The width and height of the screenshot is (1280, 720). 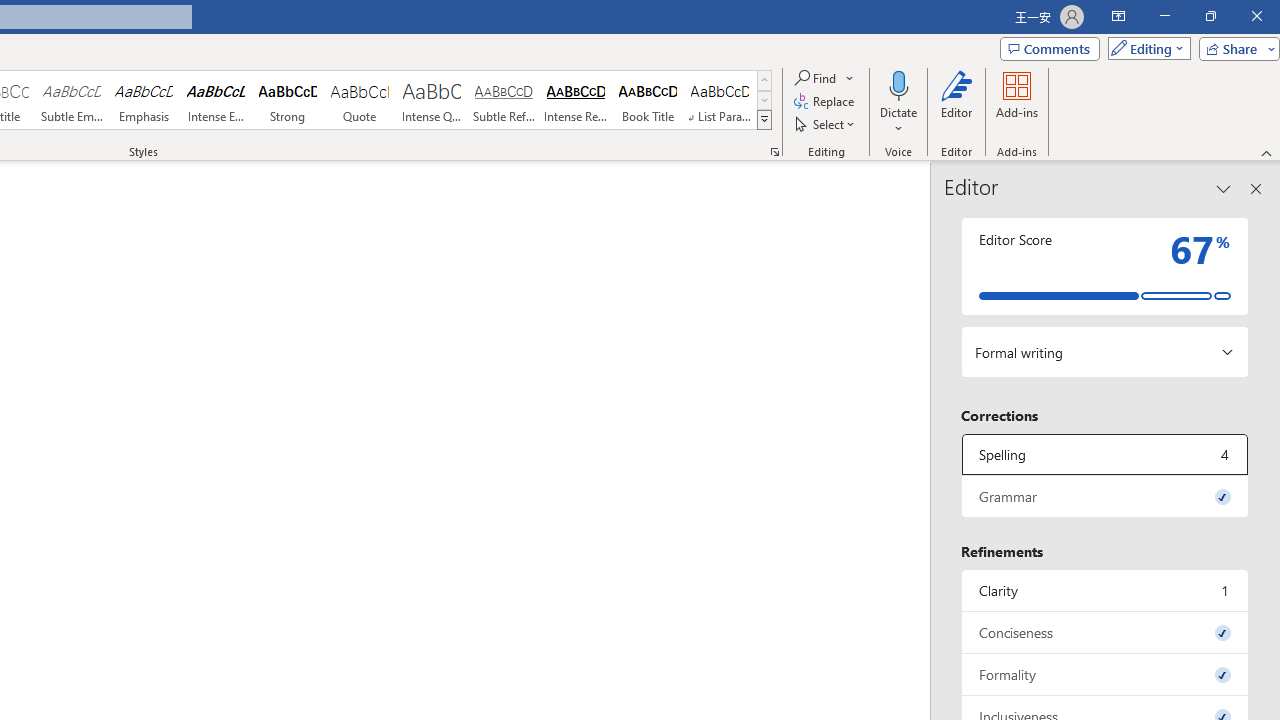 What do you see at coordinates (575, 100) in the screenshot?
I see `'Intense Reference'` at bounding box center [575, 100].